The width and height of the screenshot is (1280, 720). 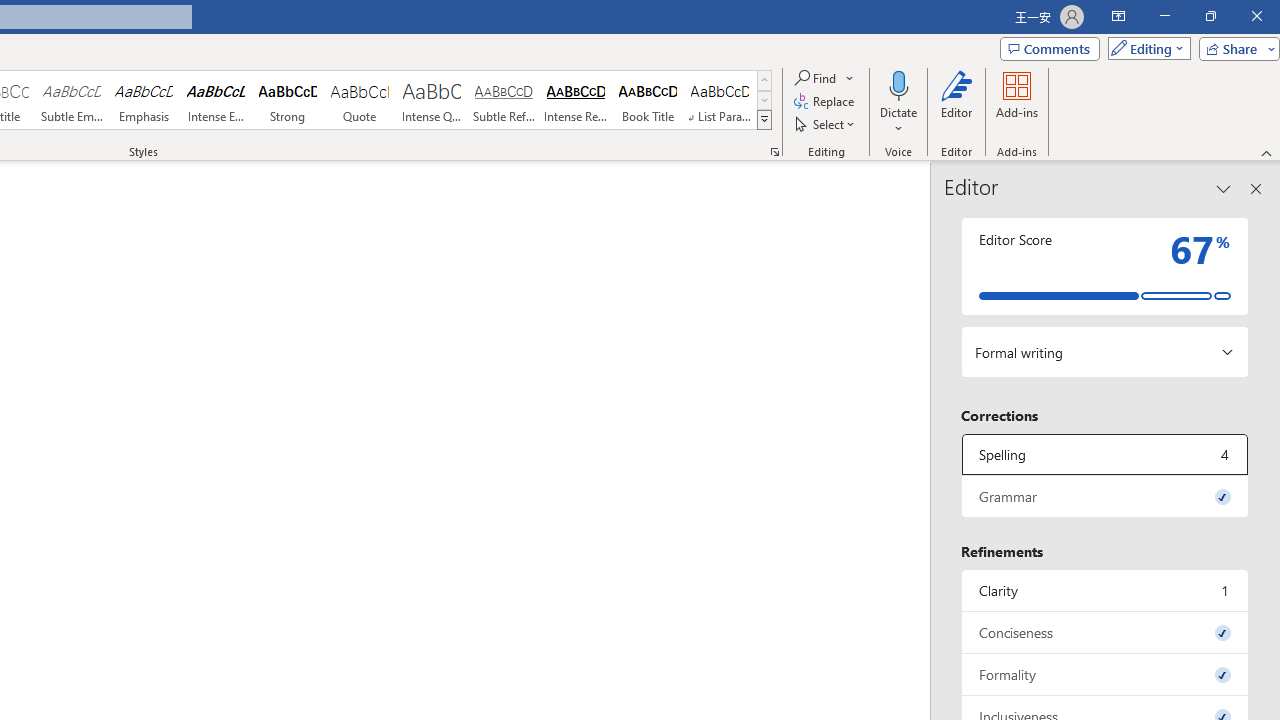 What do you see at coordinates (575, 100) in the screenshot?
I see `'Intense Reference'` at bounding box center [575, 100].